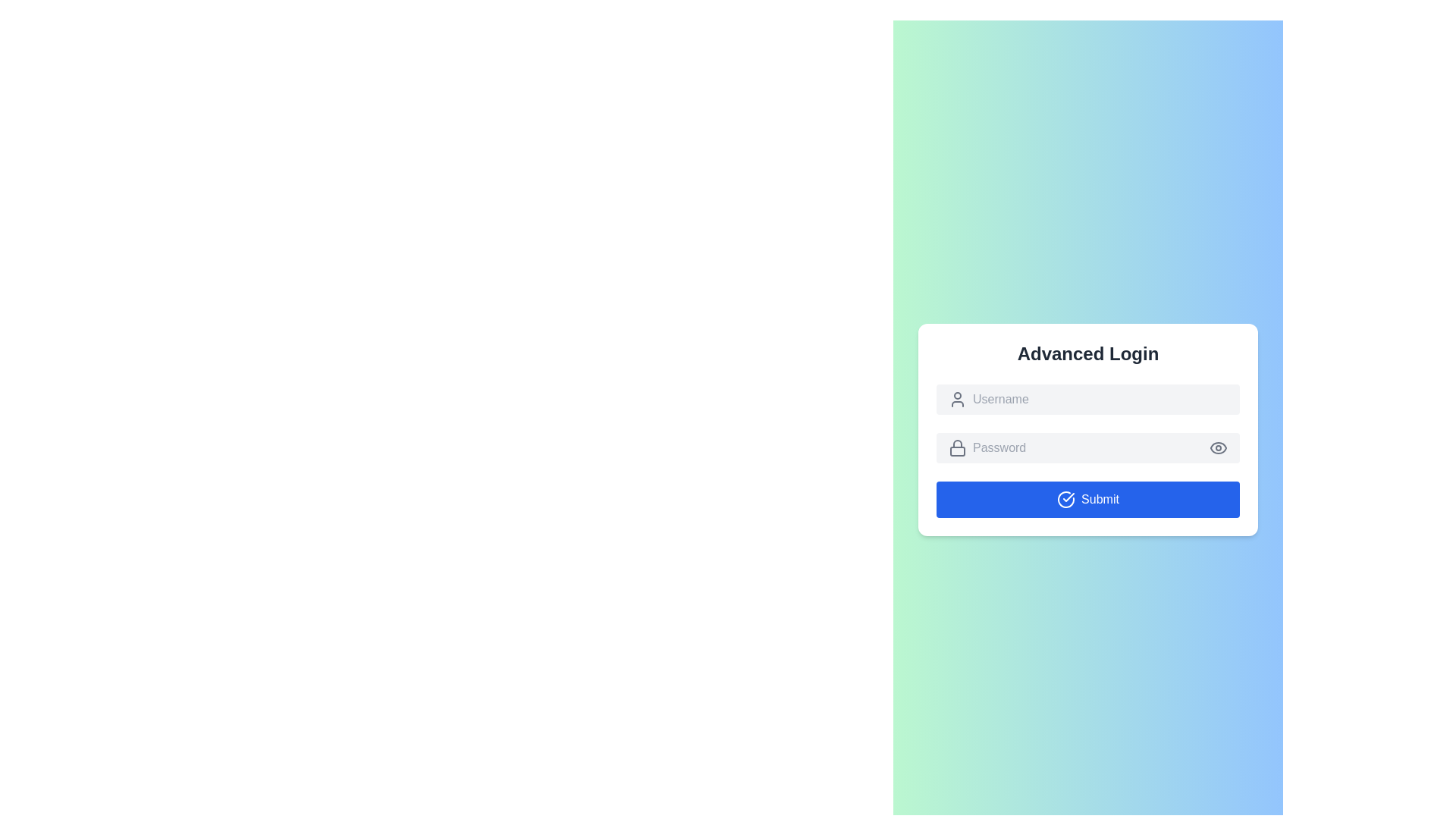  What do you see at coordinates (1087, 353) in the screenshot?
I see `the 'Advanced Login' text label, which is a prominent bold and large font element located at the top of the login interface above the username input field` at bounding box center [1087, 353].